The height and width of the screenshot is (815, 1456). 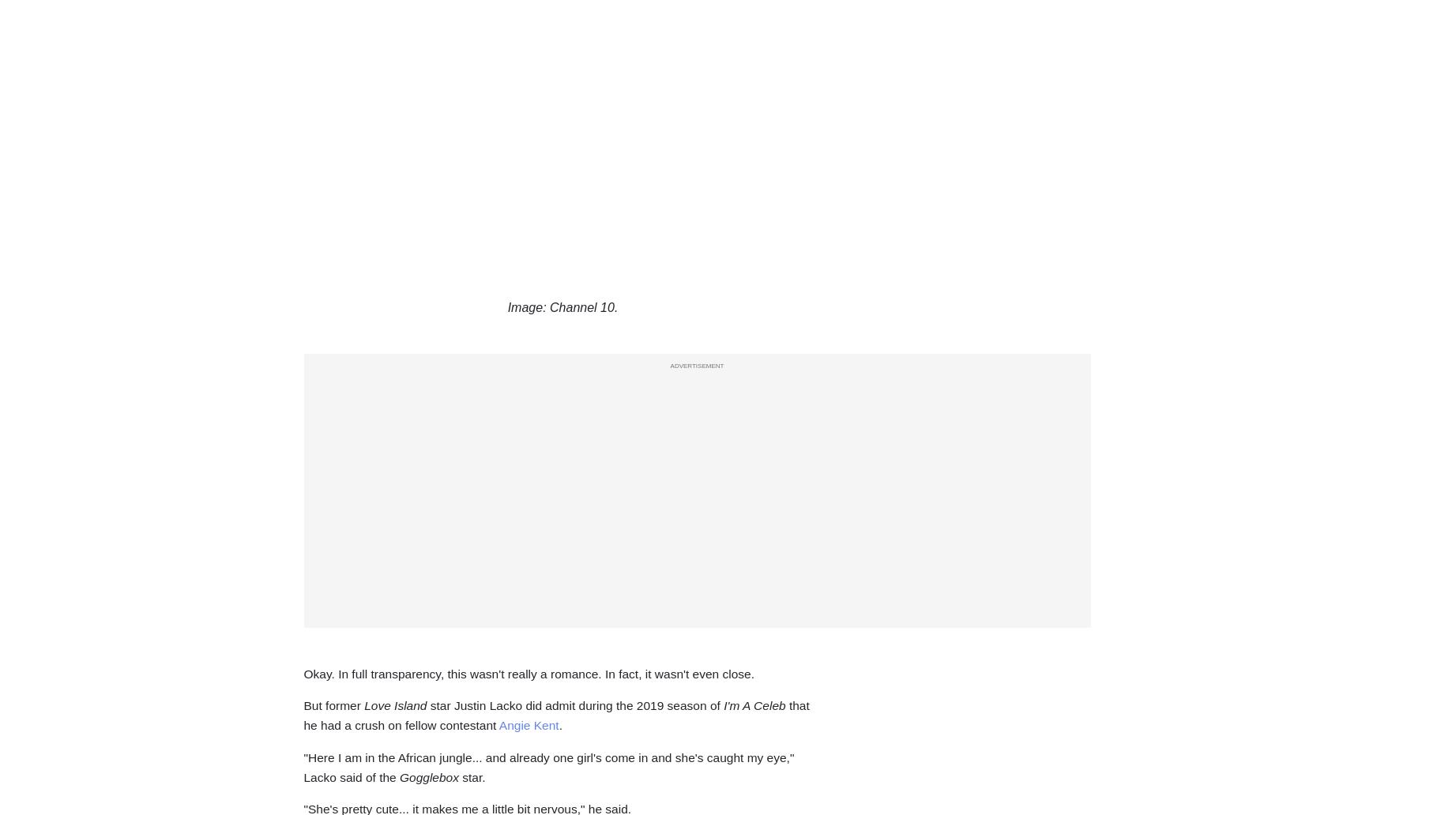 What do you see at coordinates (397, 705) in the screenshot?
I see `'Love Island'` at bounding box center [397, 705].